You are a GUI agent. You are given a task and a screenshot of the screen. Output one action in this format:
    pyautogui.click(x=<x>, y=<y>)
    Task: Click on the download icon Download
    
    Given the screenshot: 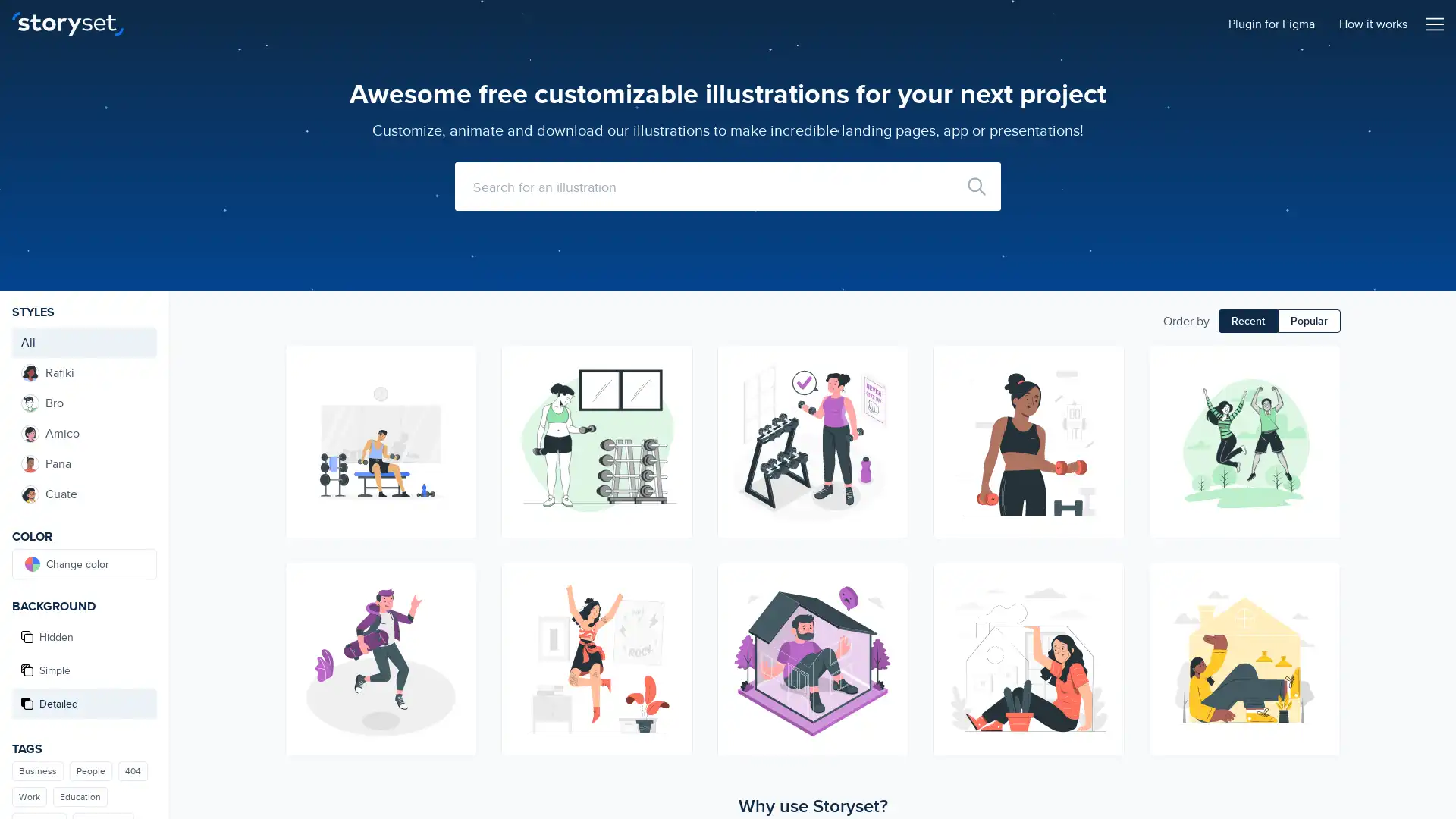 What is the action you would take?
    pyautogui.click(x=1106, y=607)
    